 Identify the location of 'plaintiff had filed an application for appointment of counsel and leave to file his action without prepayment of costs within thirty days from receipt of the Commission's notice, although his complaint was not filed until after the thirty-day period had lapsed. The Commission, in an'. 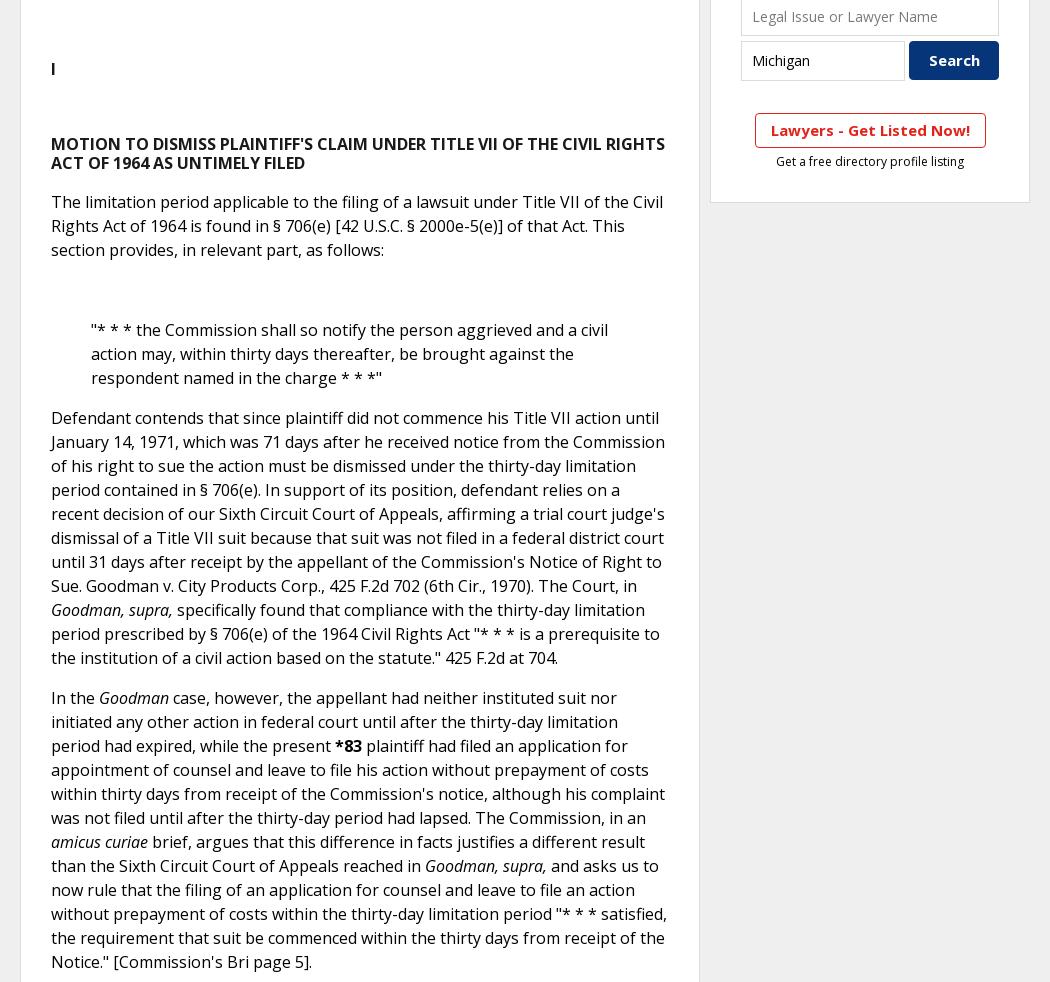
(357, 780).